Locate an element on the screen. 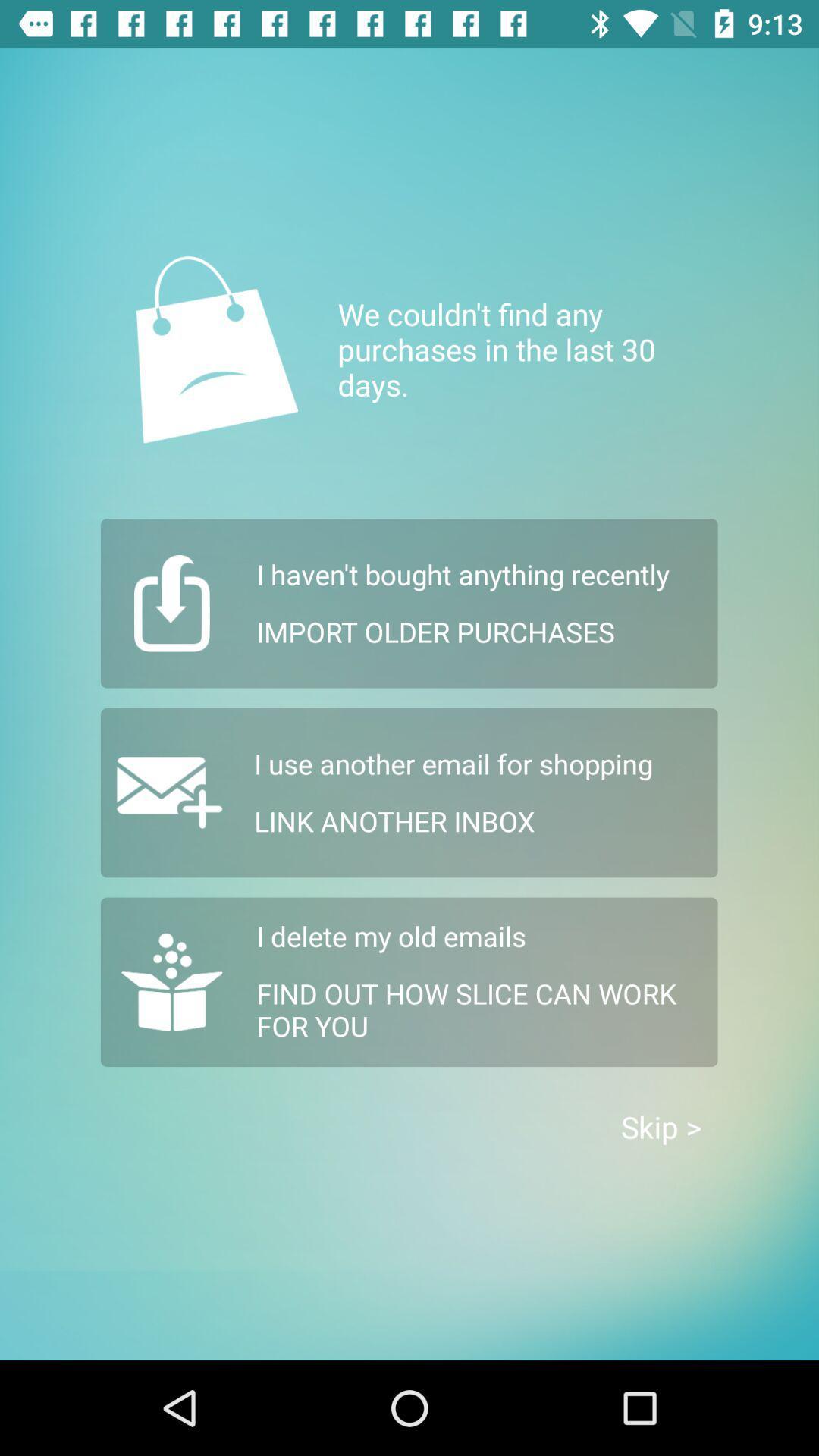  the skip > icon is located at coordinates (661, 1127).